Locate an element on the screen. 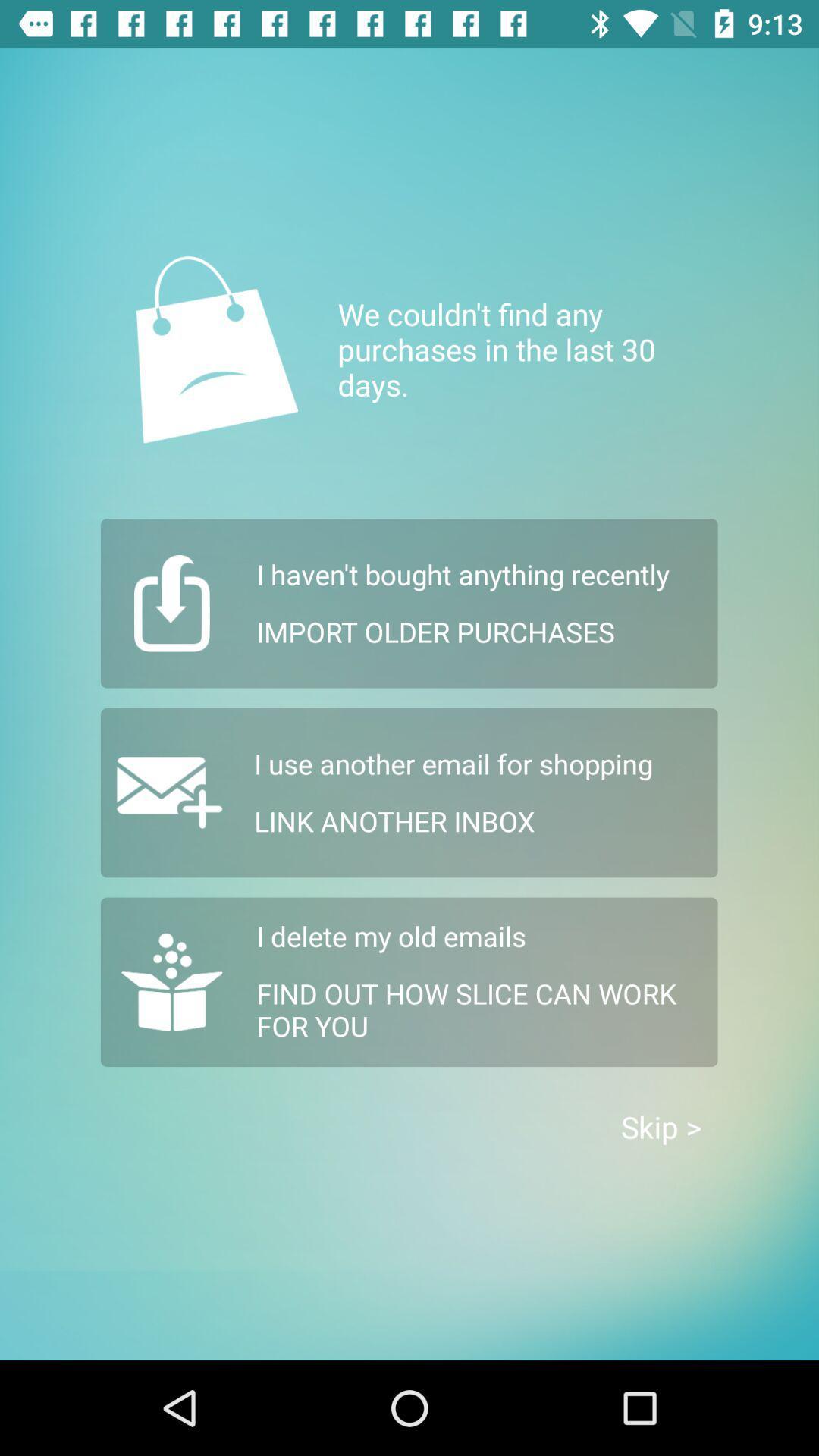  the skip > icon is located at coordinates (661, 1127).